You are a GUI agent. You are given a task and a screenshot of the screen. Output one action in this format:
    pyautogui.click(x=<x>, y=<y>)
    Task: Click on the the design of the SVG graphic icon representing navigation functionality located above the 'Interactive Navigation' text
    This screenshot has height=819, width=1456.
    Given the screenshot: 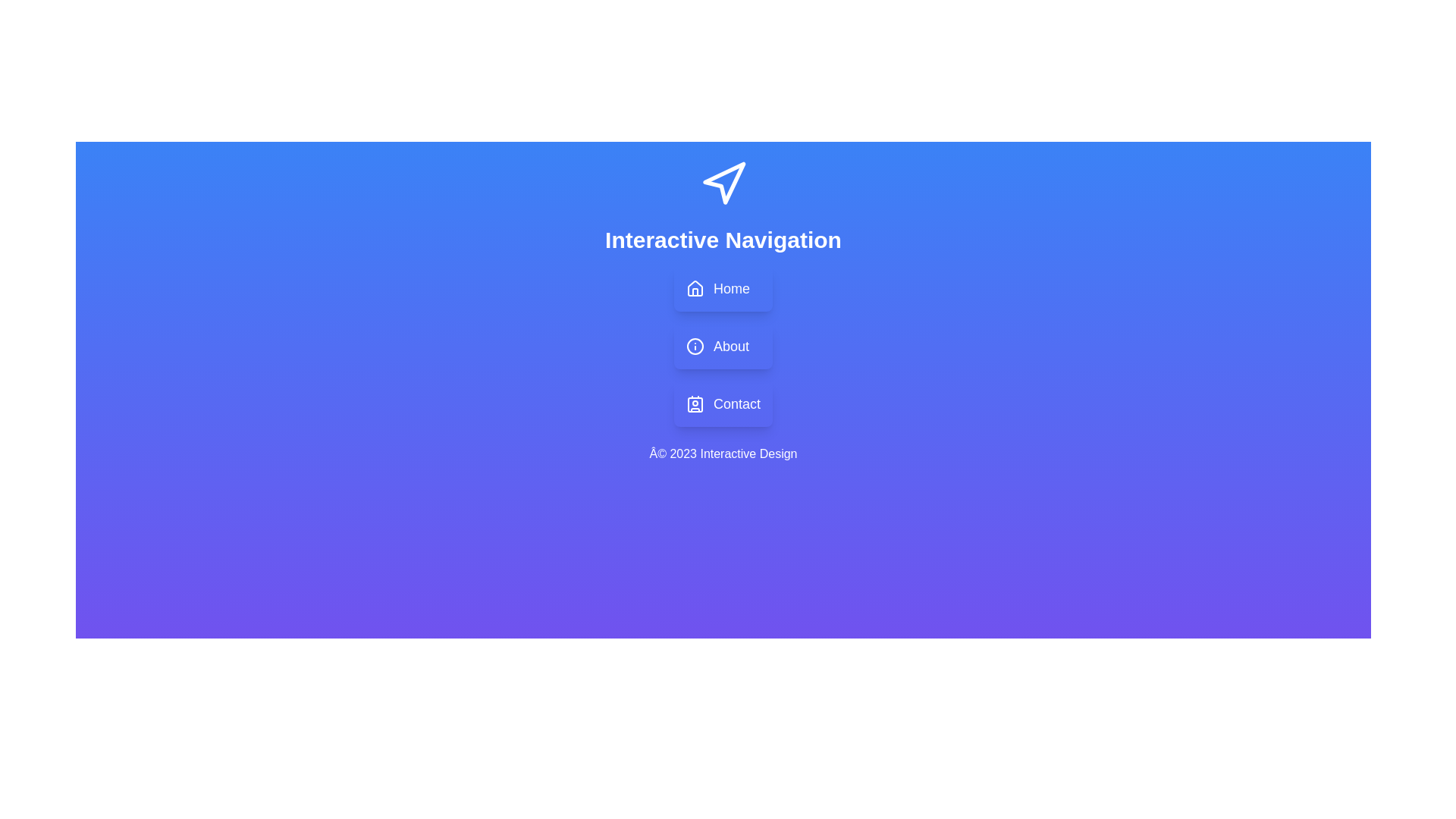 What is the action you would take?
    pyautogui.click(x=723, y=182)
    